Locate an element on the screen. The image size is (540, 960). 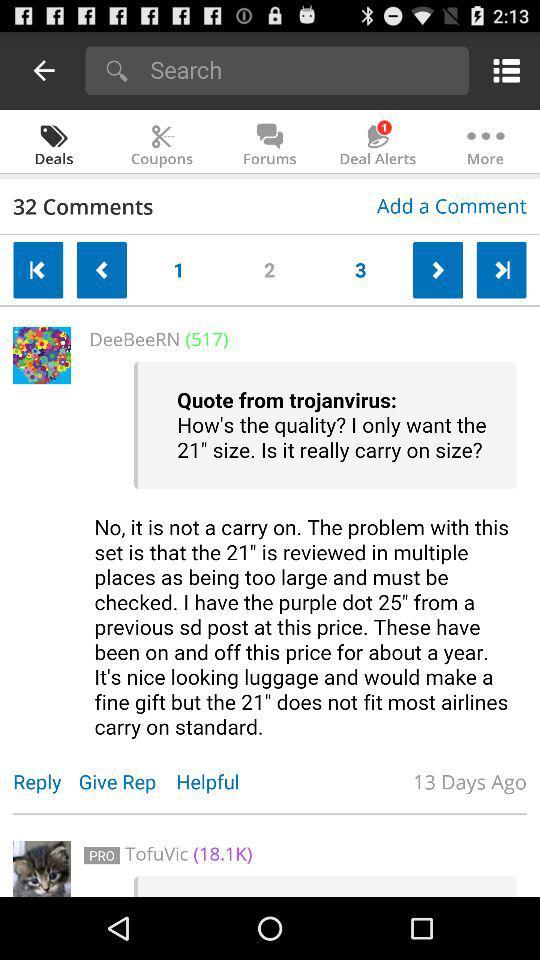
icon next to 13 days ago is located at coordinates (217, 781).